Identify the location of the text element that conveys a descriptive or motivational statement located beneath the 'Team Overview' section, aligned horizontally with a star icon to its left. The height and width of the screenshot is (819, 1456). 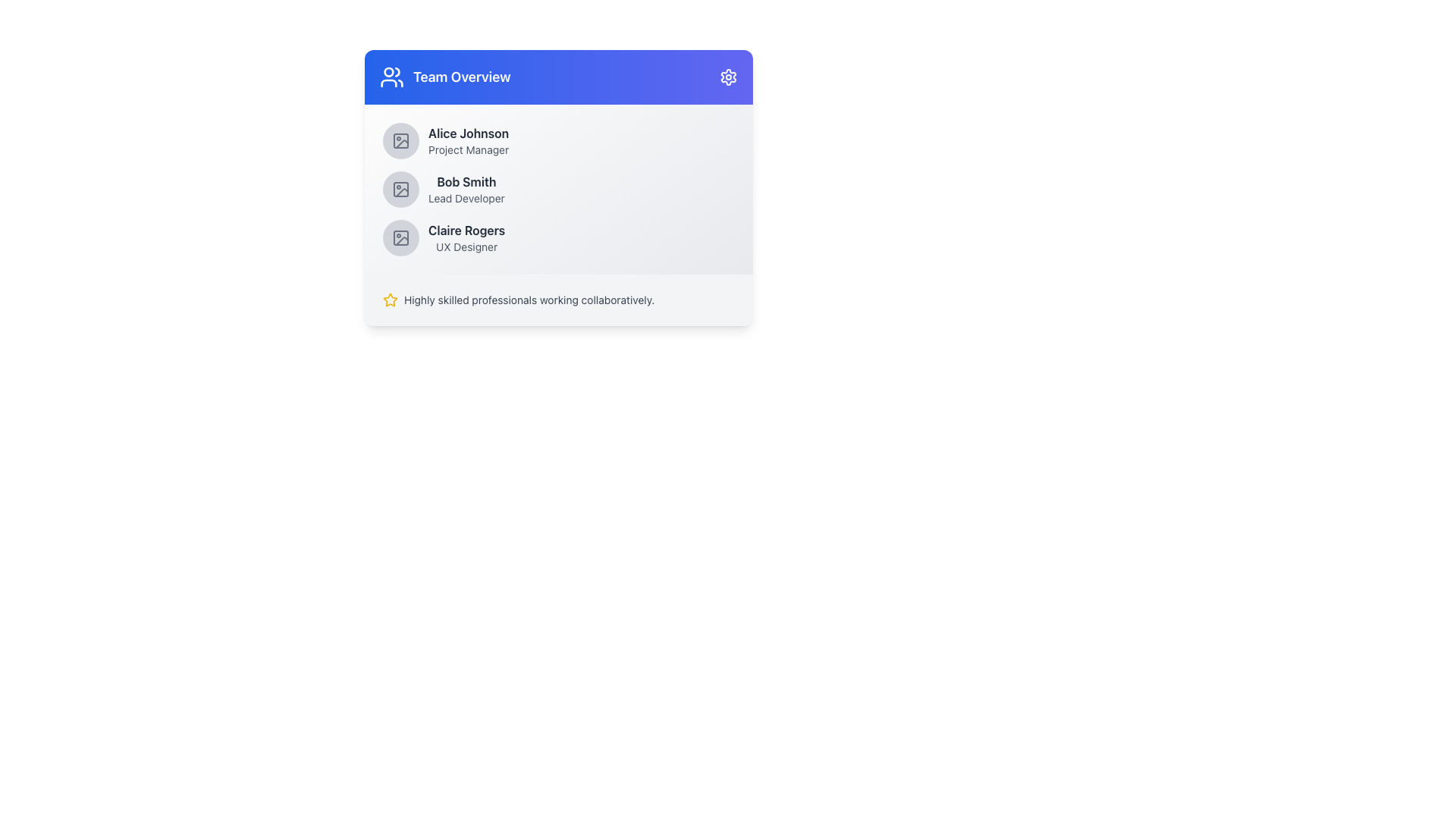
(529, 300).